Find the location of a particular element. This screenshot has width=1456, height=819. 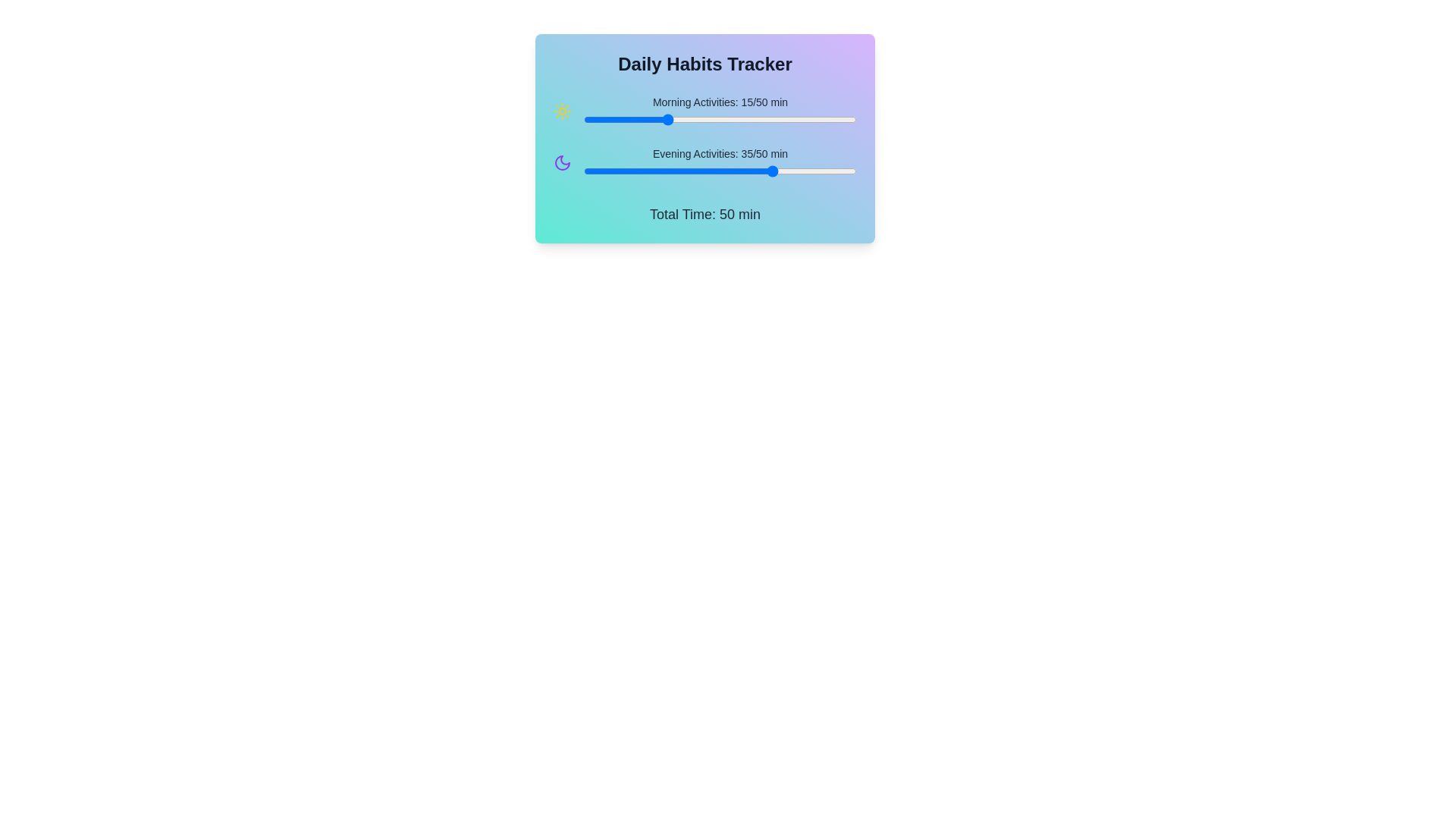

the morning activities slider is located at coordinates (720, 119).